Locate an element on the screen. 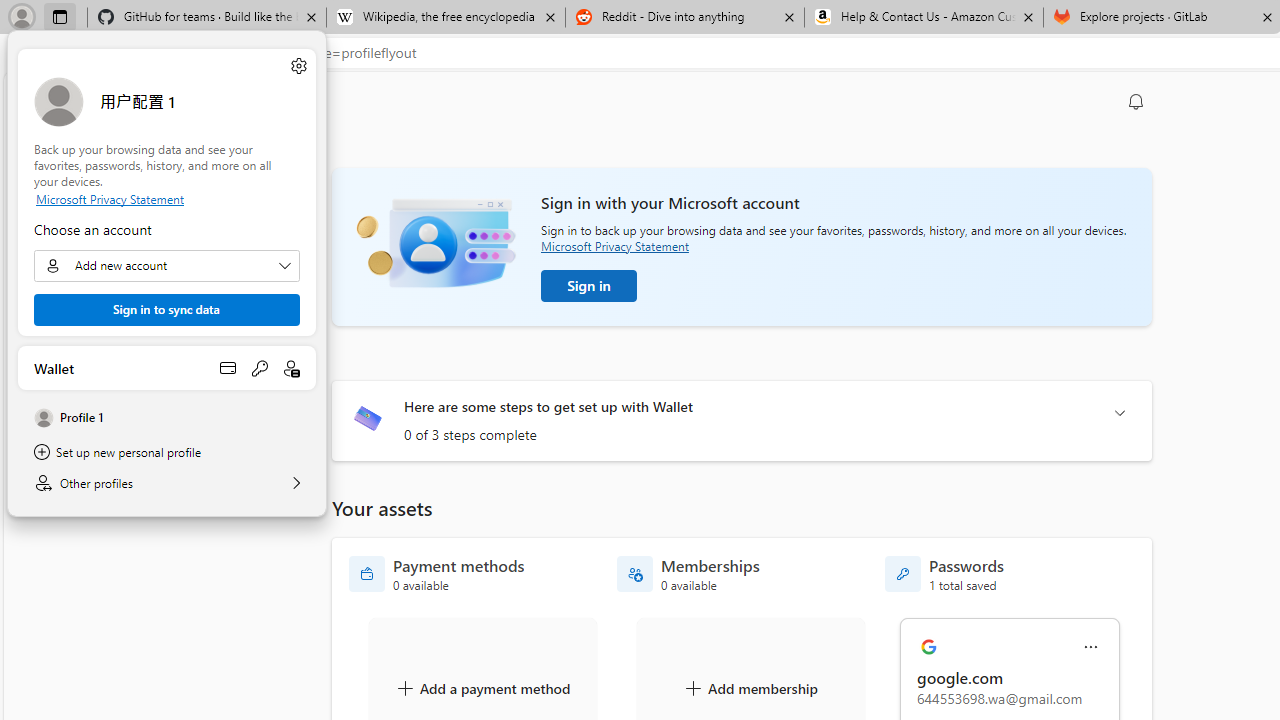 The image size is (1280, 720). 'Wallet' is located at coordinates (167, 368).